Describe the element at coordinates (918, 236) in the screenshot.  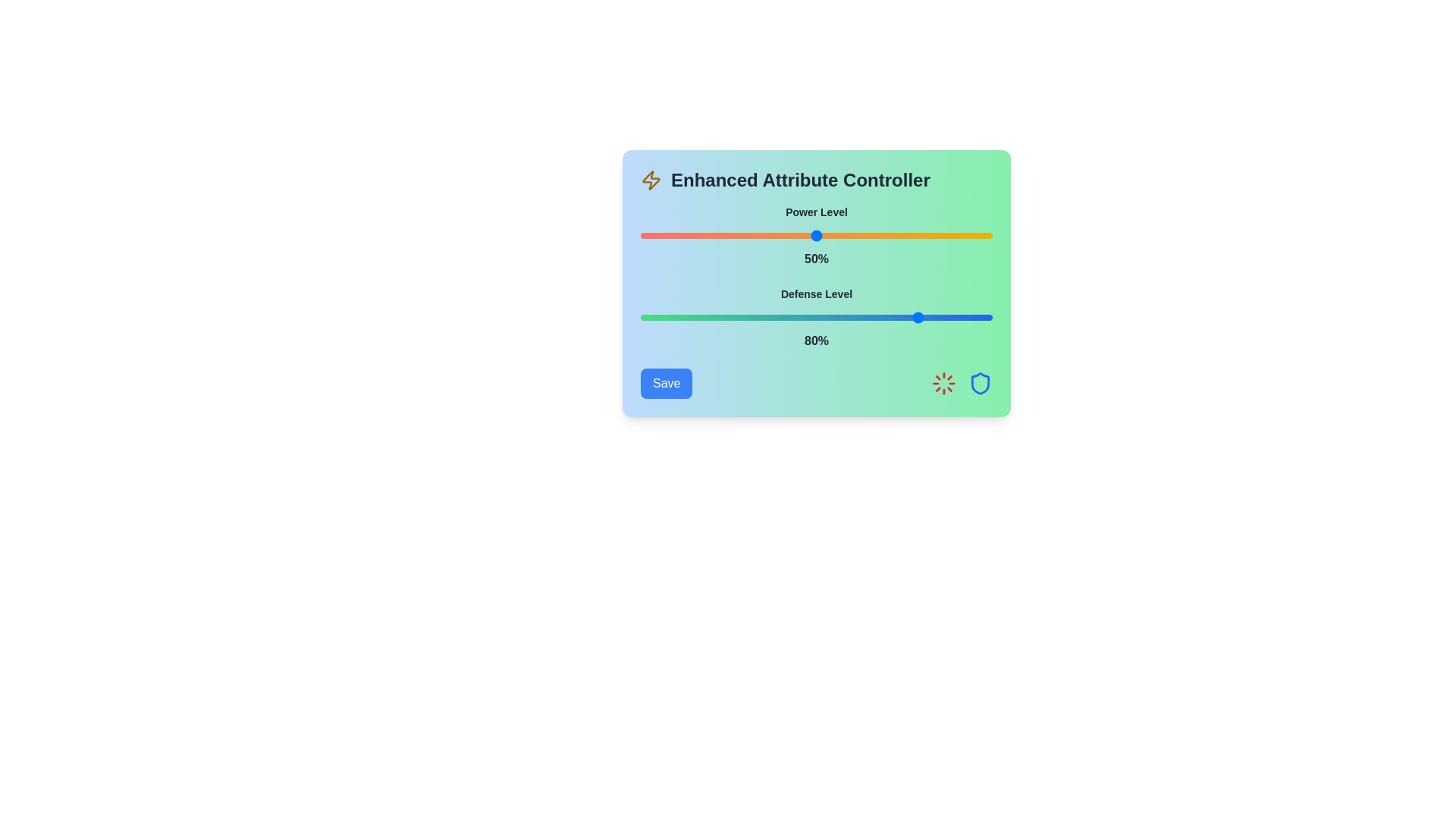
I see `the Power Level slider to 79%` at that location.